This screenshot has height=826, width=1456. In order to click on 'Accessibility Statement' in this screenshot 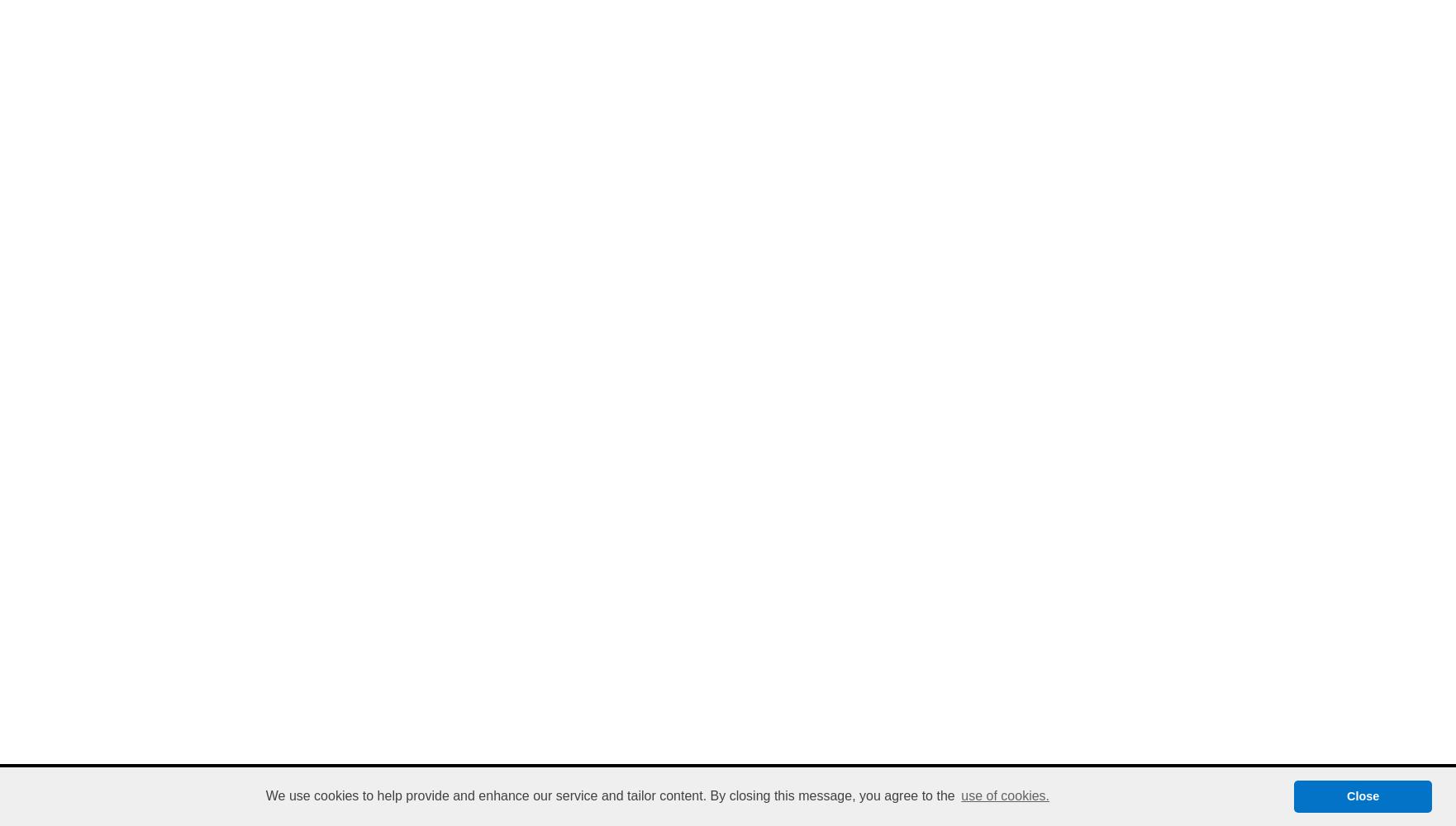, I will do `click(807, 784)`.